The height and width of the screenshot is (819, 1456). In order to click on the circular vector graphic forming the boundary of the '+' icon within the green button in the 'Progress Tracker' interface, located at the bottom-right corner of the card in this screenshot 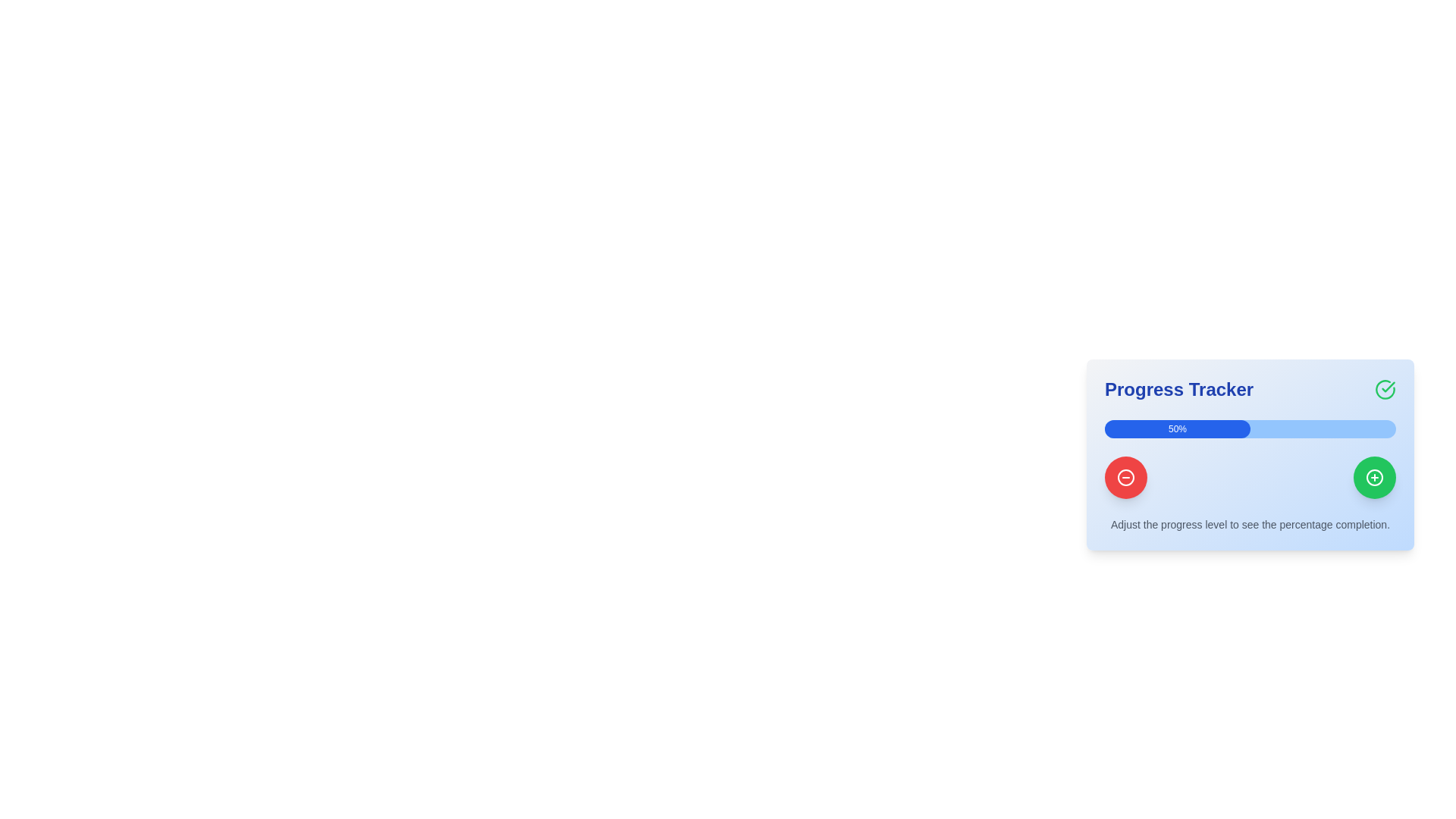, I will do `click(1375, 476)`.